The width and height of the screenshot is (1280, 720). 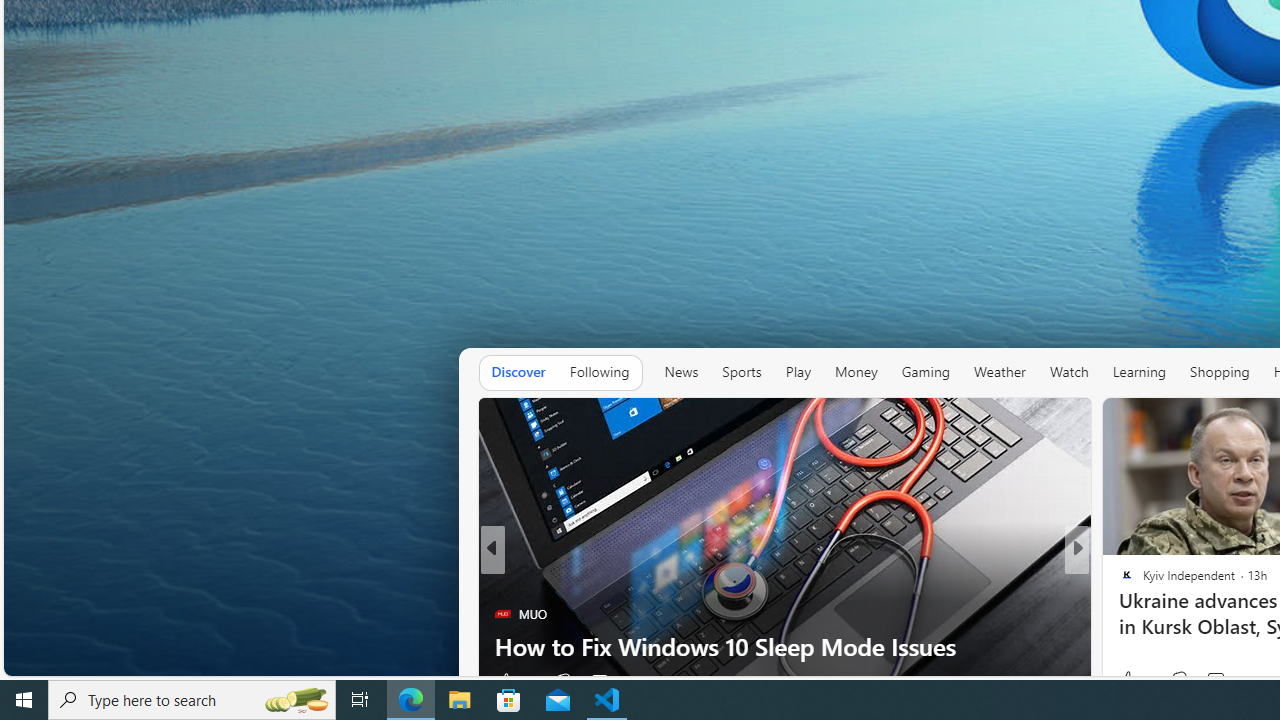 I want to click on 'View comments 31 Comment', so click(x=1223, y=680).